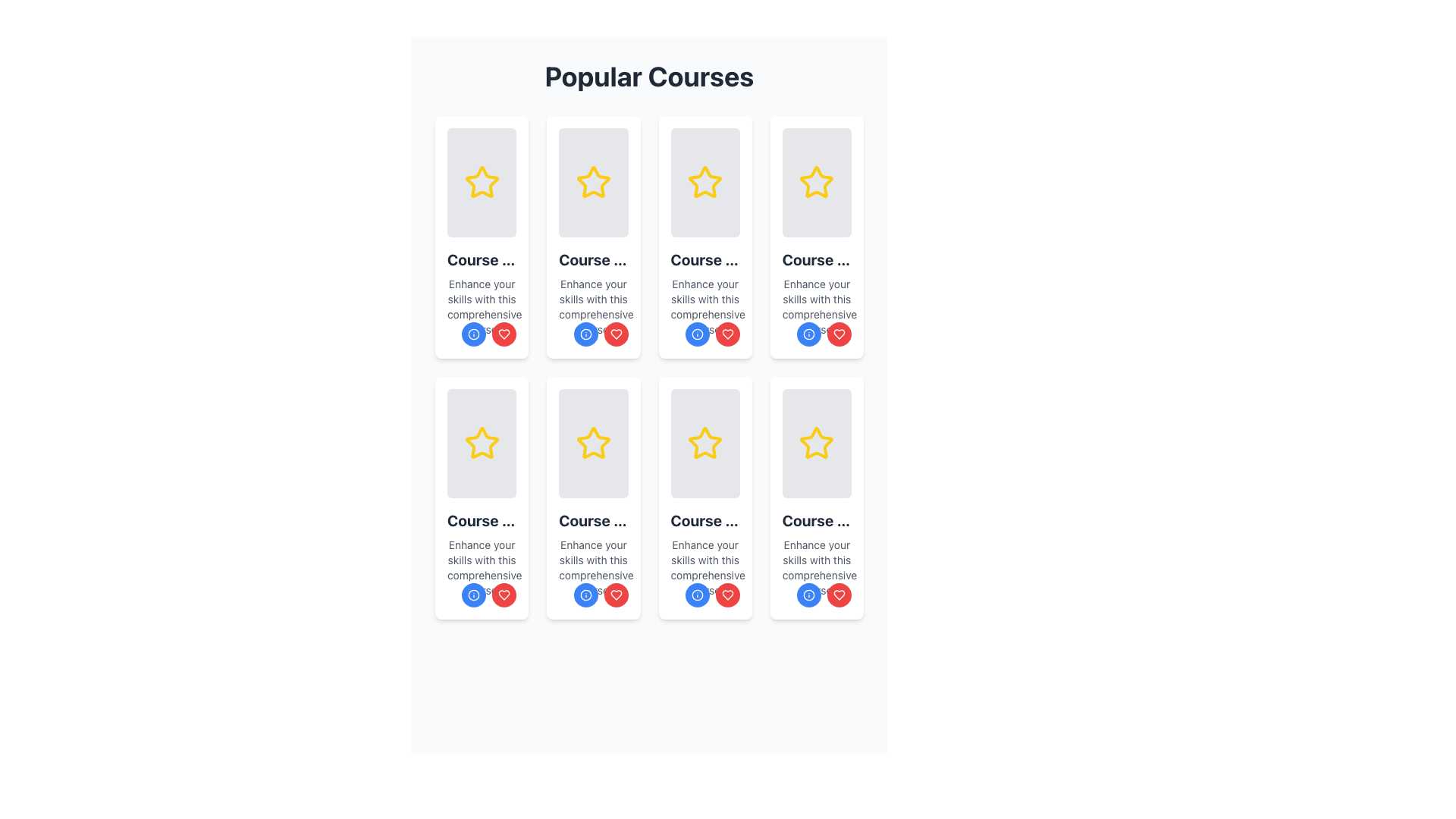 This screenshot has width=1456, height=819. What do you see at coordinates (816, 181) in the screenshot?
I see `the star-shaped icon with a yellow border located at the top-center of the fourth course card in the first row of the grid layout` at bounding box center [816, 181].